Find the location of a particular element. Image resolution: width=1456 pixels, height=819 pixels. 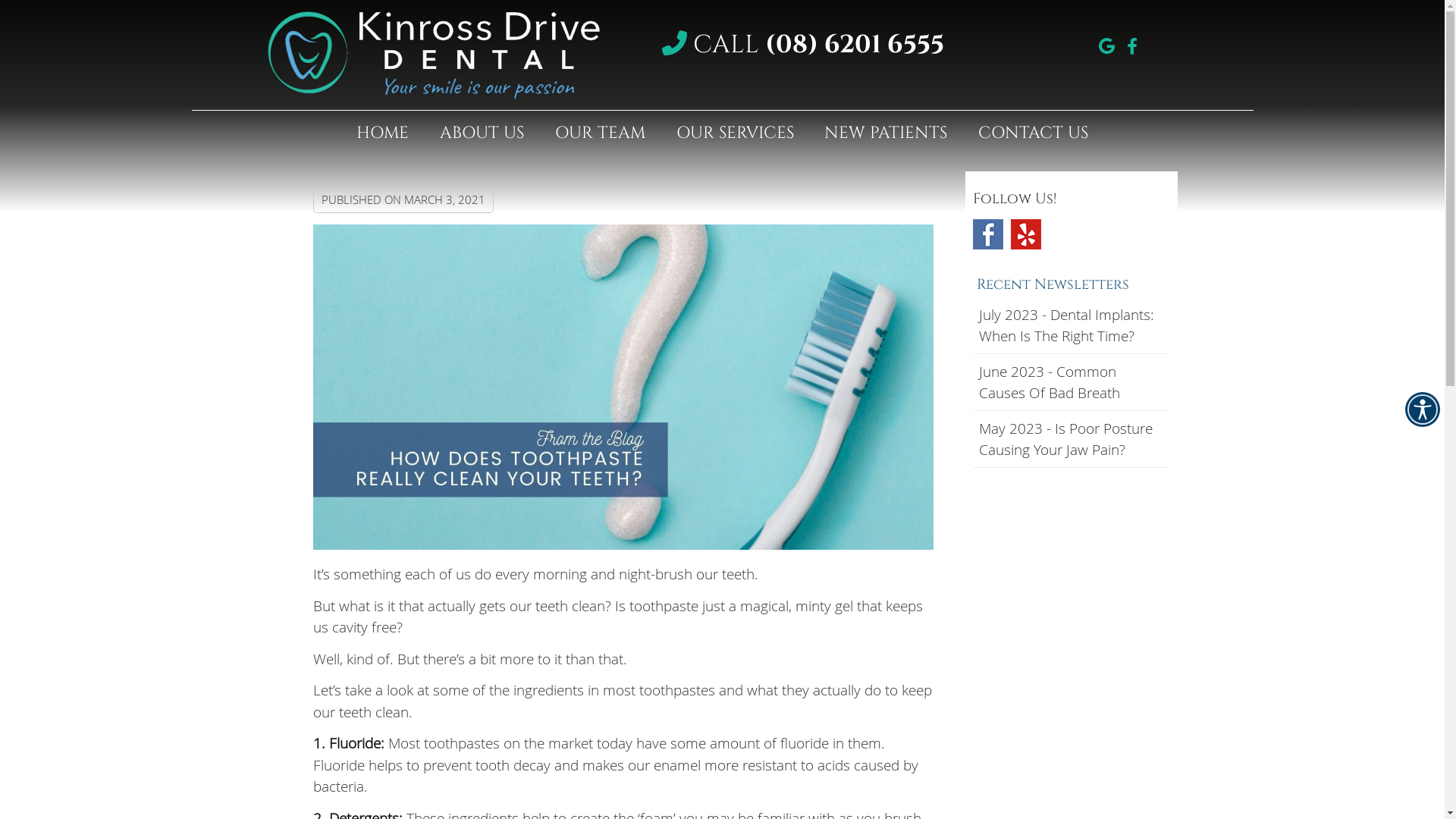

'July 2023 - Dental Implants: When Is The Right Time?' is located at coordinates (1069, 325).